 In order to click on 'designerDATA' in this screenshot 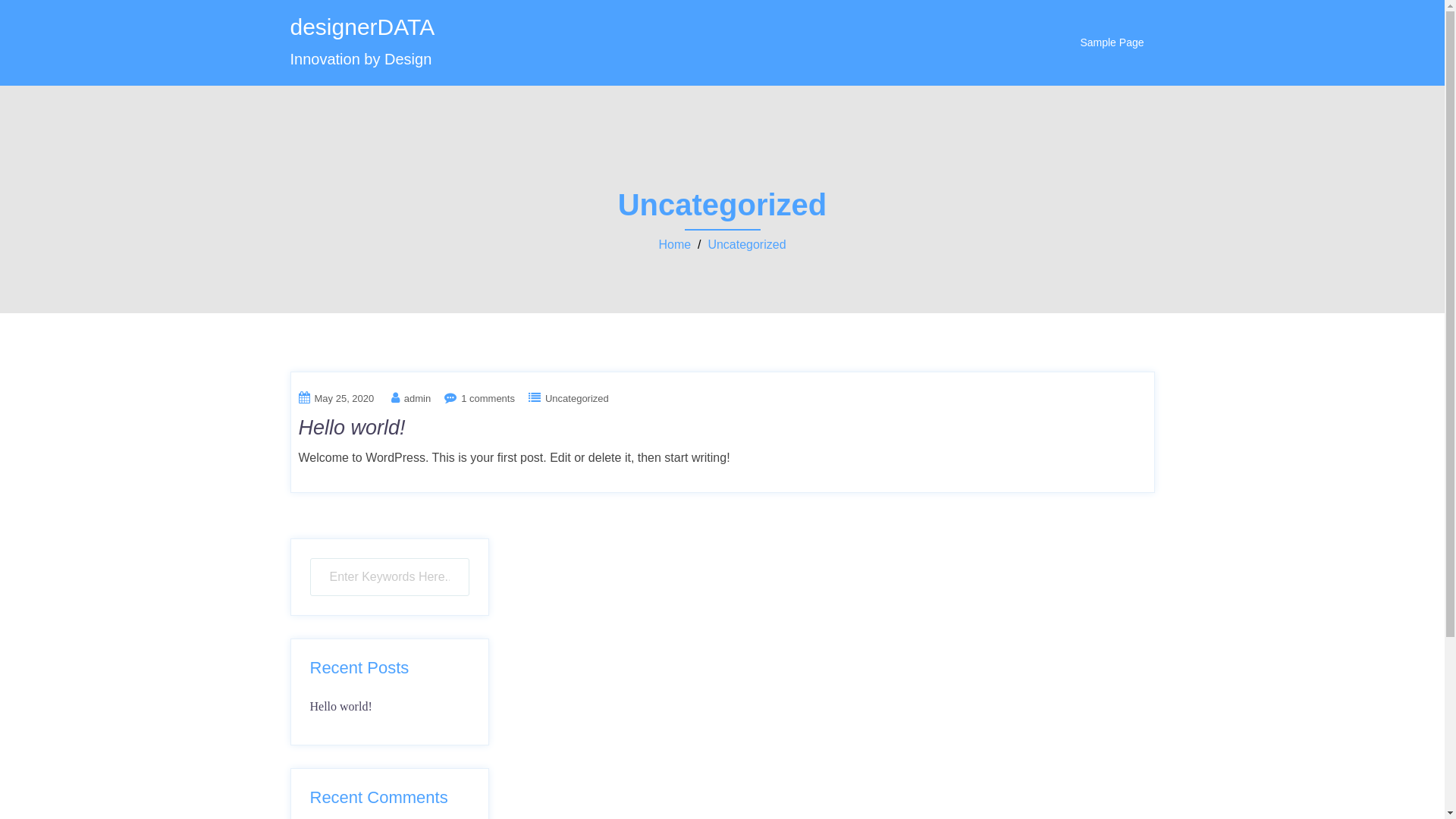, I will do `click(361, 27)`.